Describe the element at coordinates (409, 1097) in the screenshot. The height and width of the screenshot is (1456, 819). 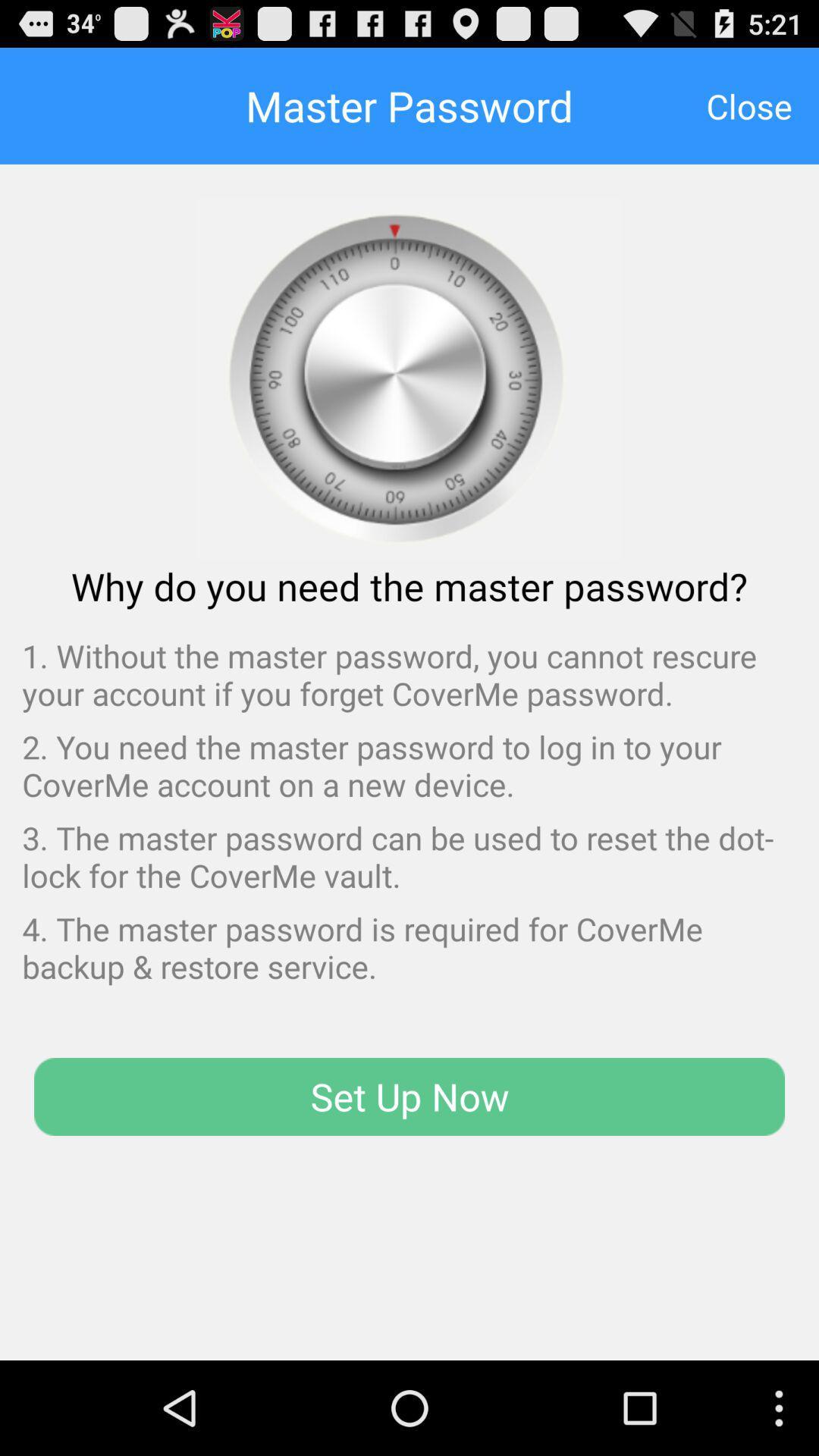
I see `the item at the bottom` at that location.